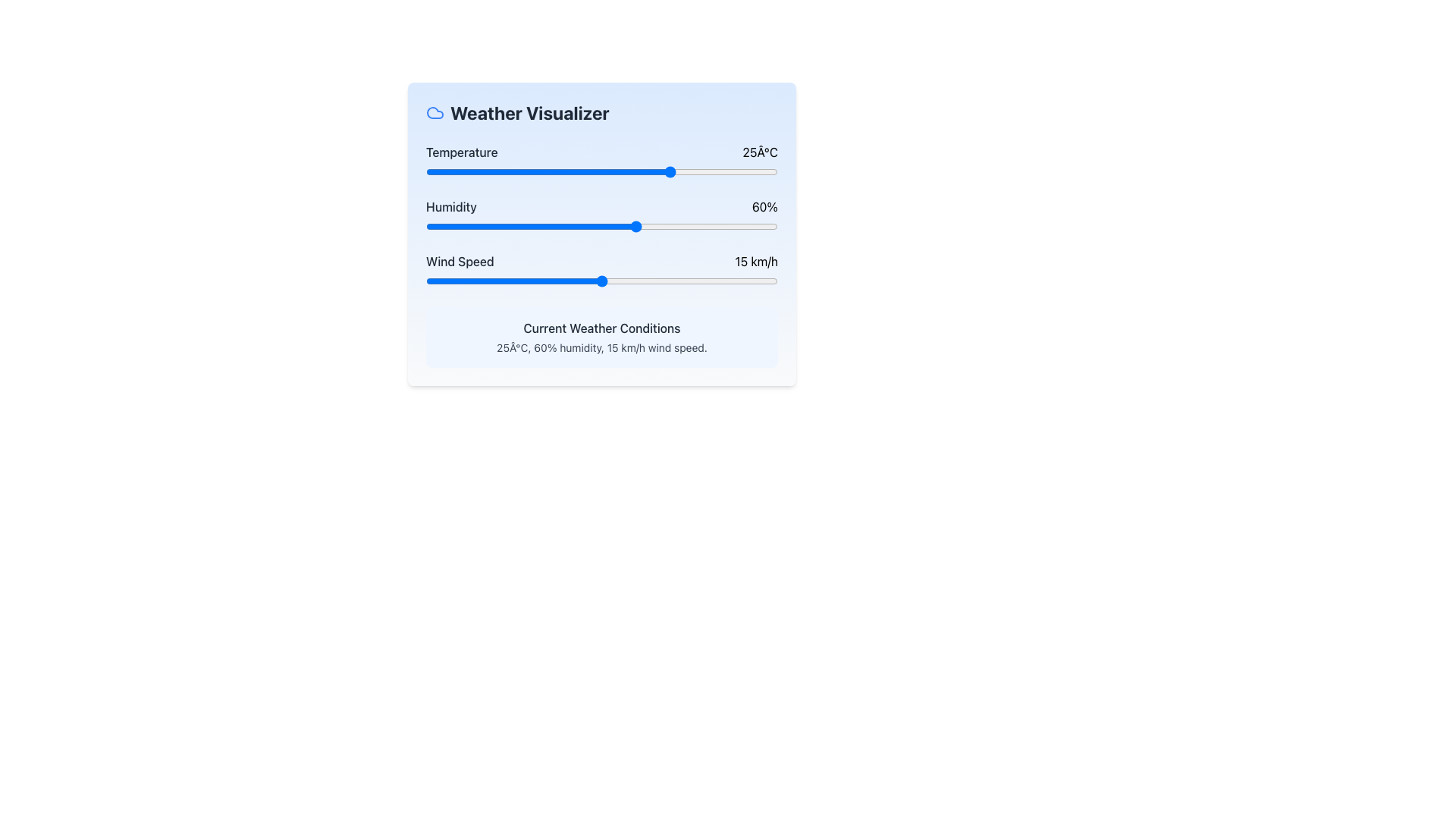  Describe the element at coordinates (718, 281) in the screenshot. I see `wind speed` at that location.